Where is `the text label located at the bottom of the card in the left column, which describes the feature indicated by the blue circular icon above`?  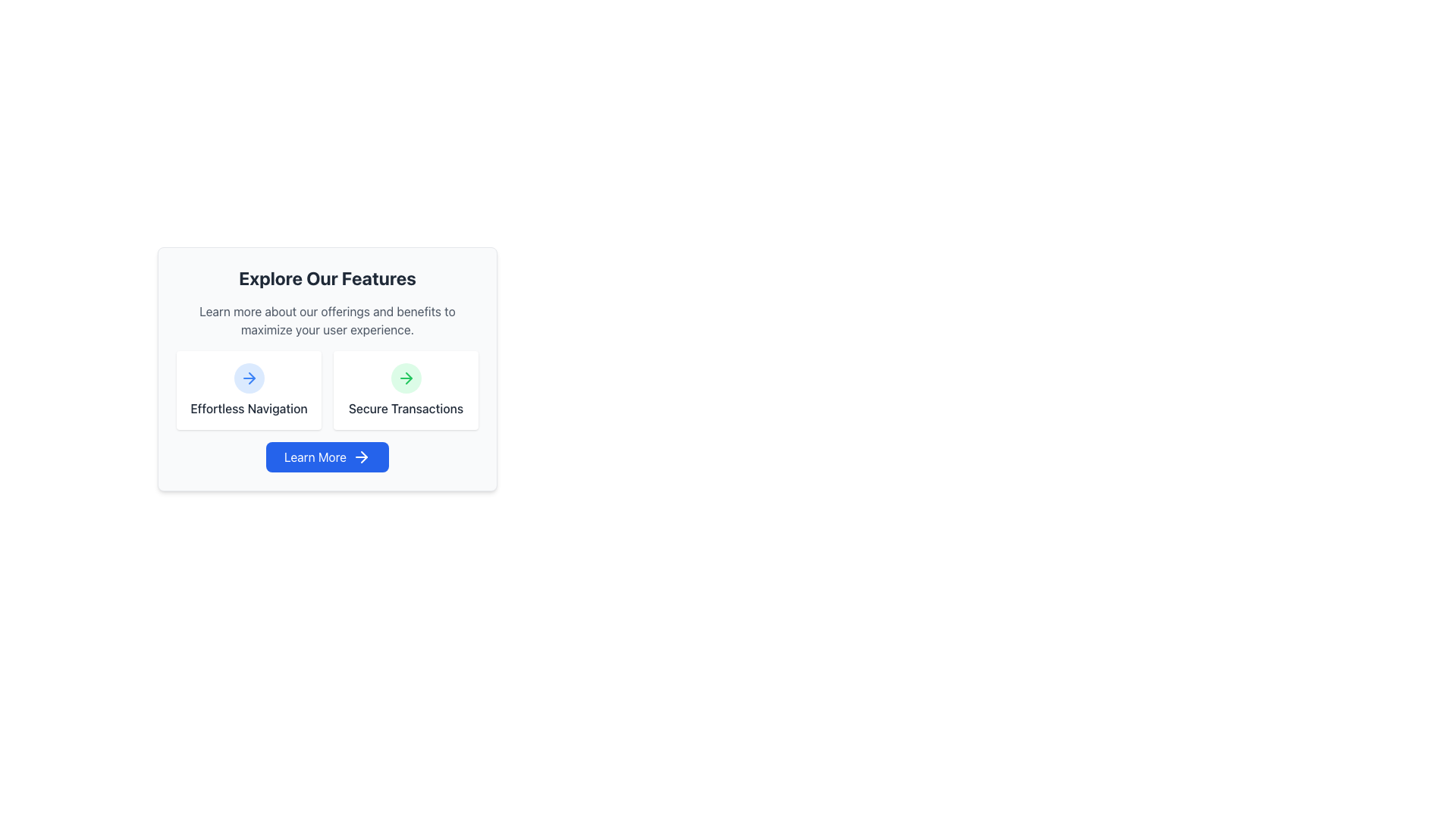
the text label located at the bottom of the card in the left column, which describes the feature indicated by the blue circular icon above is located at coordinates (249, 408).